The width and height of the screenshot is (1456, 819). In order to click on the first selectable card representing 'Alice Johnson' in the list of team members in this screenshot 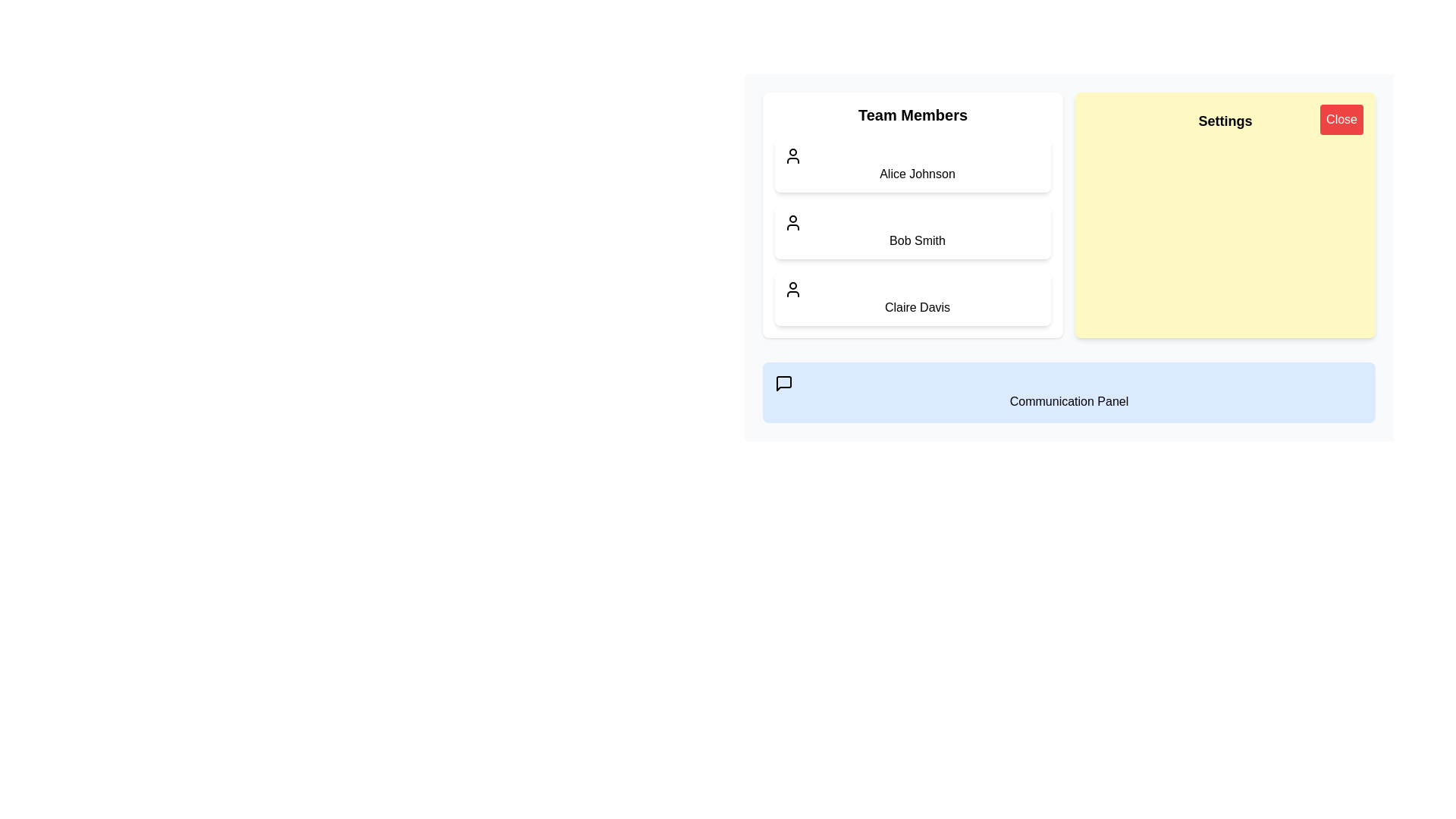, I will do `click(912, 165)`.